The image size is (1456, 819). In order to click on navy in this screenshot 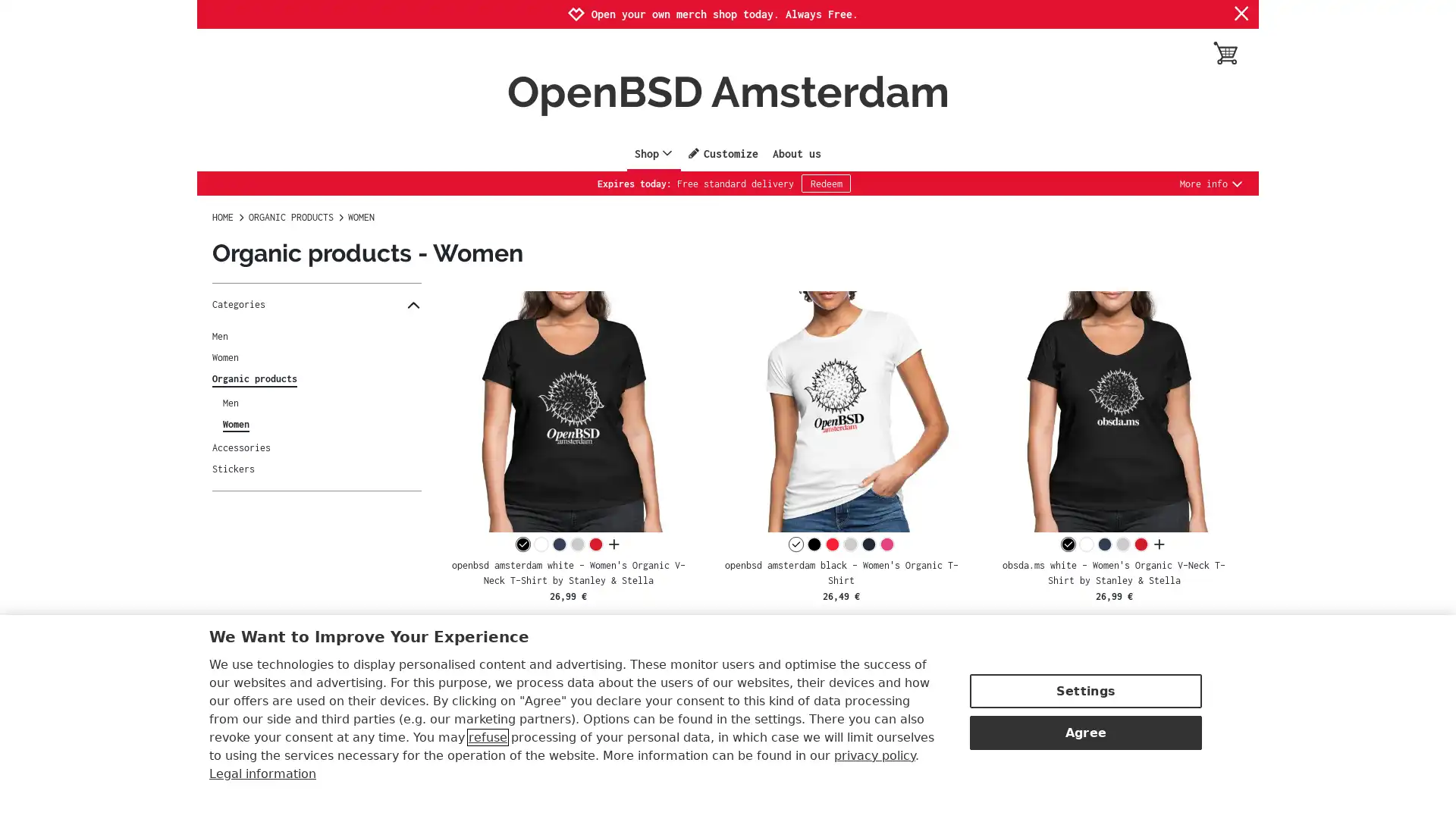, I will do `click(558, 544)`.